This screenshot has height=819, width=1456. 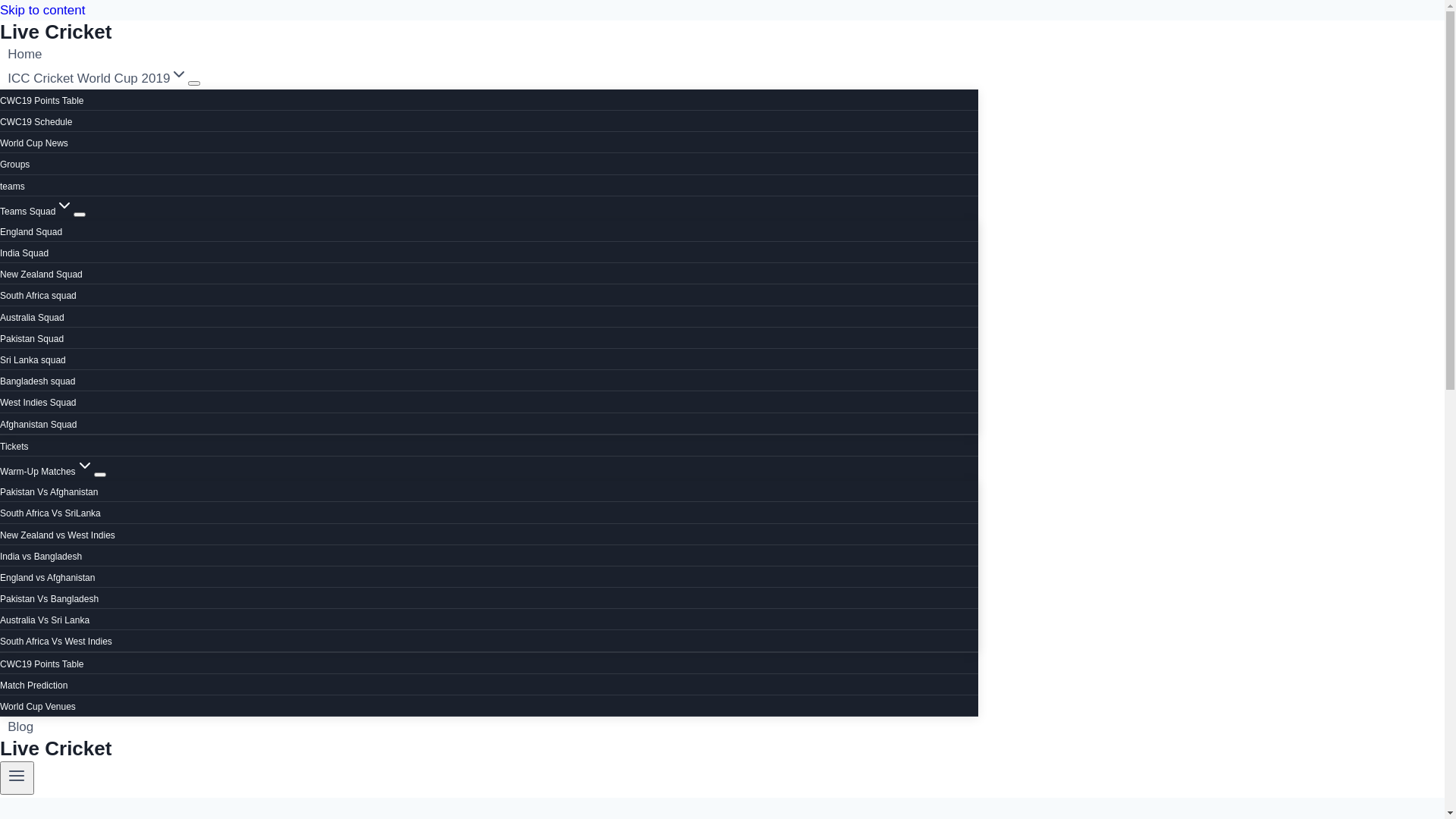 I want to click on 'Tickets', so click(x=0, y=446).